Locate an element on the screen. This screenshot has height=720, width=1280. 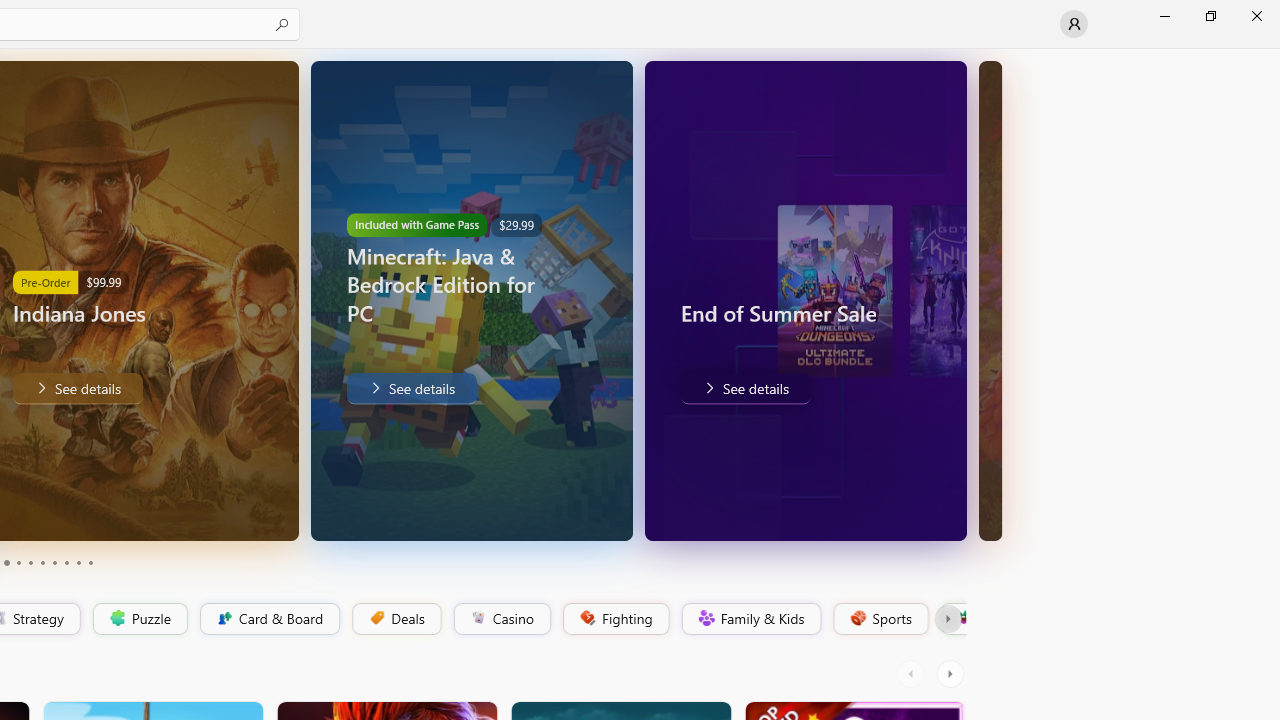
'Family & Kids' is located at coordinates (749, 618).